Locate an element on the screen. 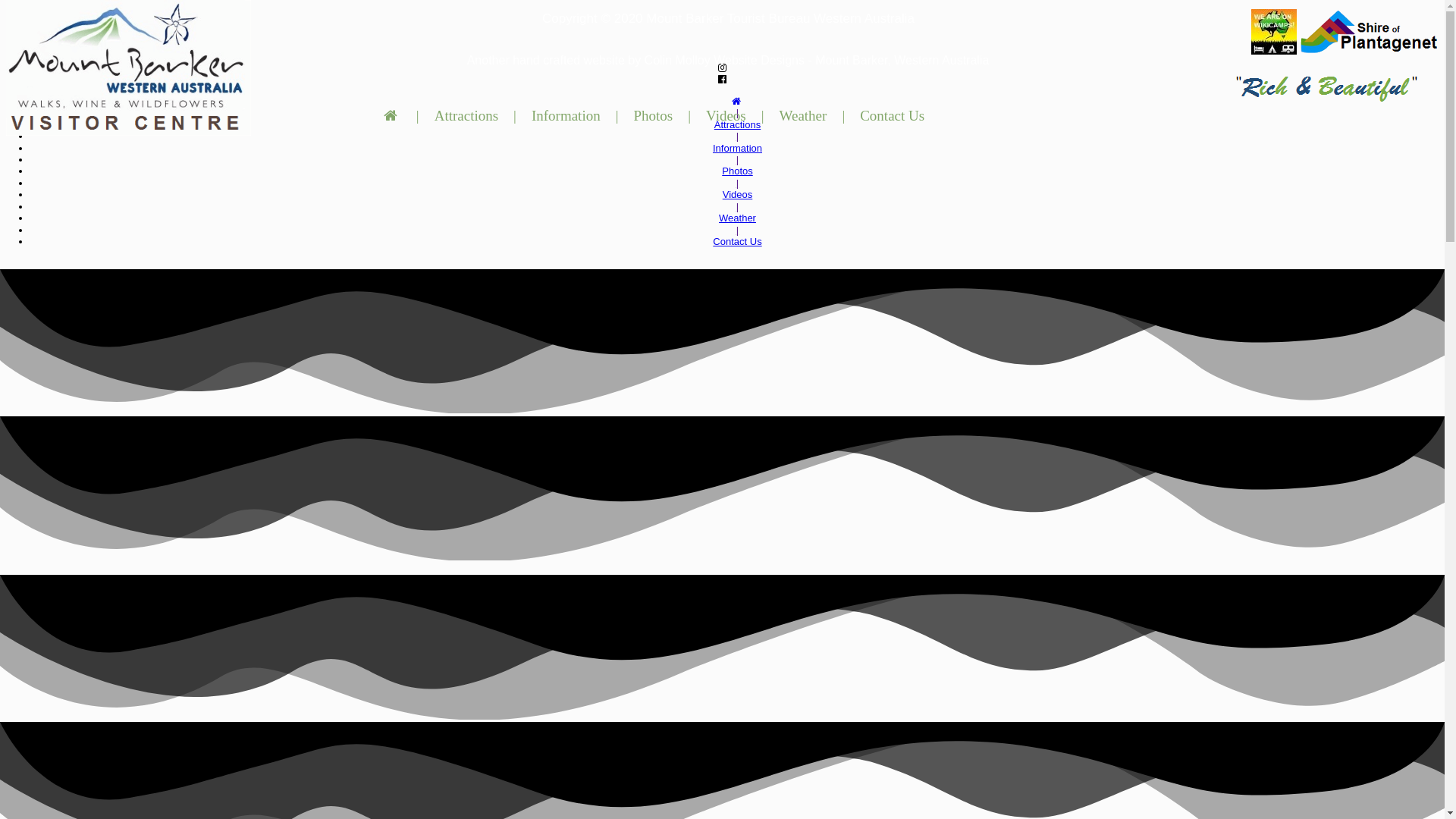  '|' is located at coordinates (514, 115).